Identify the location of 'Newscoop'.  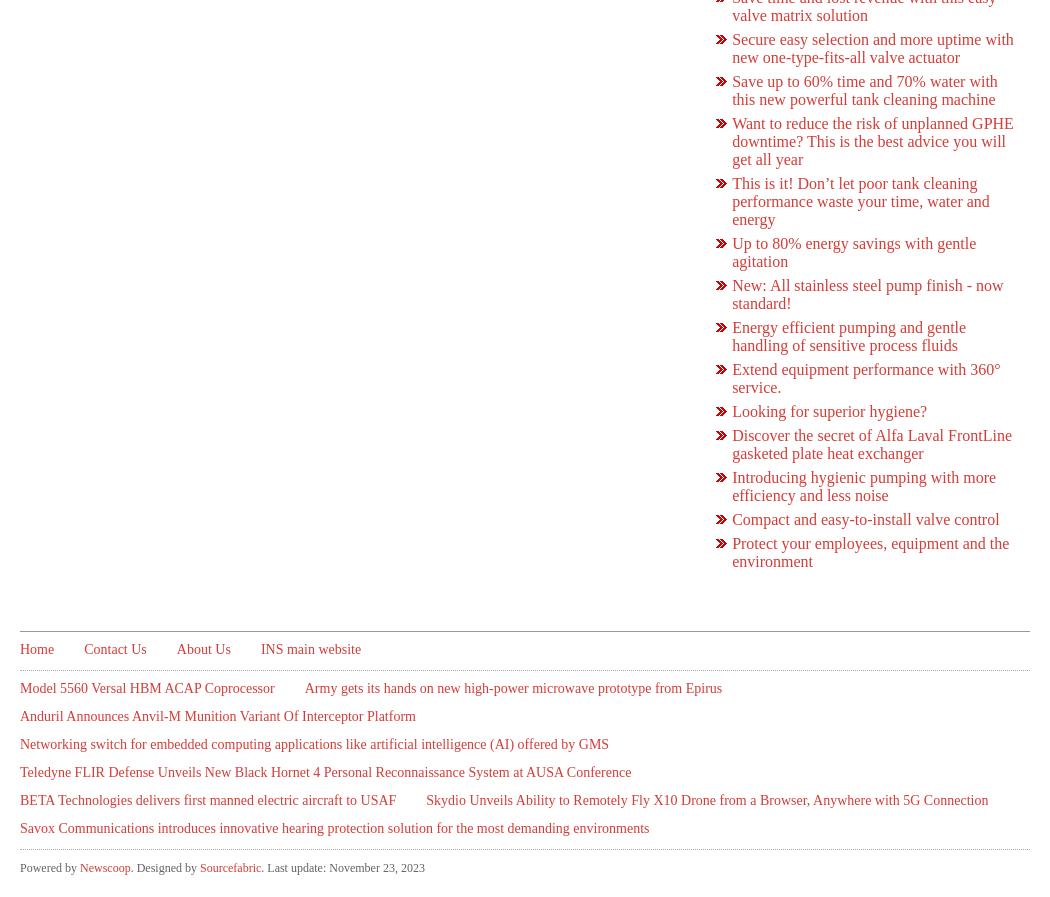
(105, 868).